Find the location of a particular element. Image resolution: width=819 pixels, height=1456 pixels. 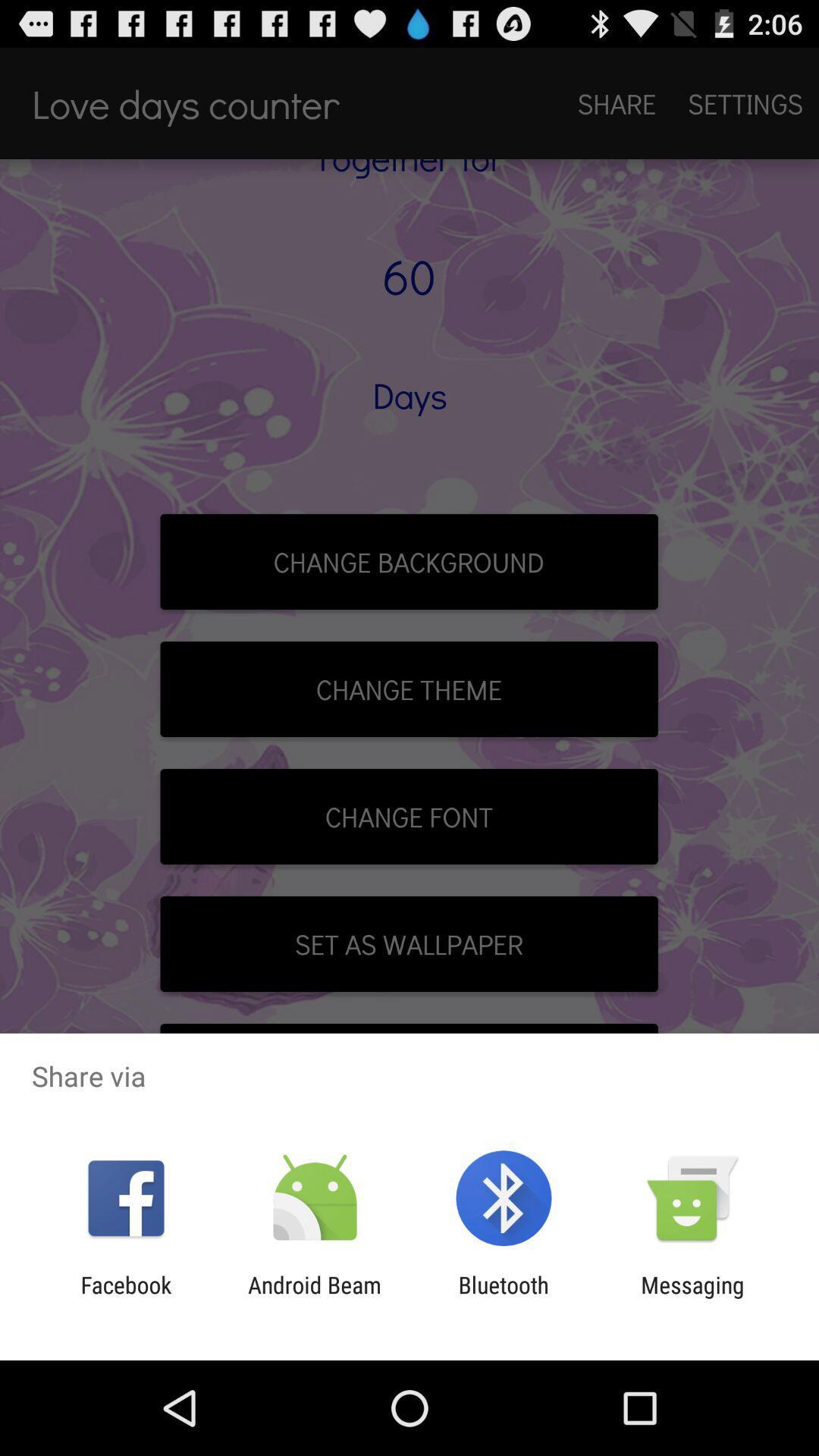

android beam app is located at coordinates (314, 1298).